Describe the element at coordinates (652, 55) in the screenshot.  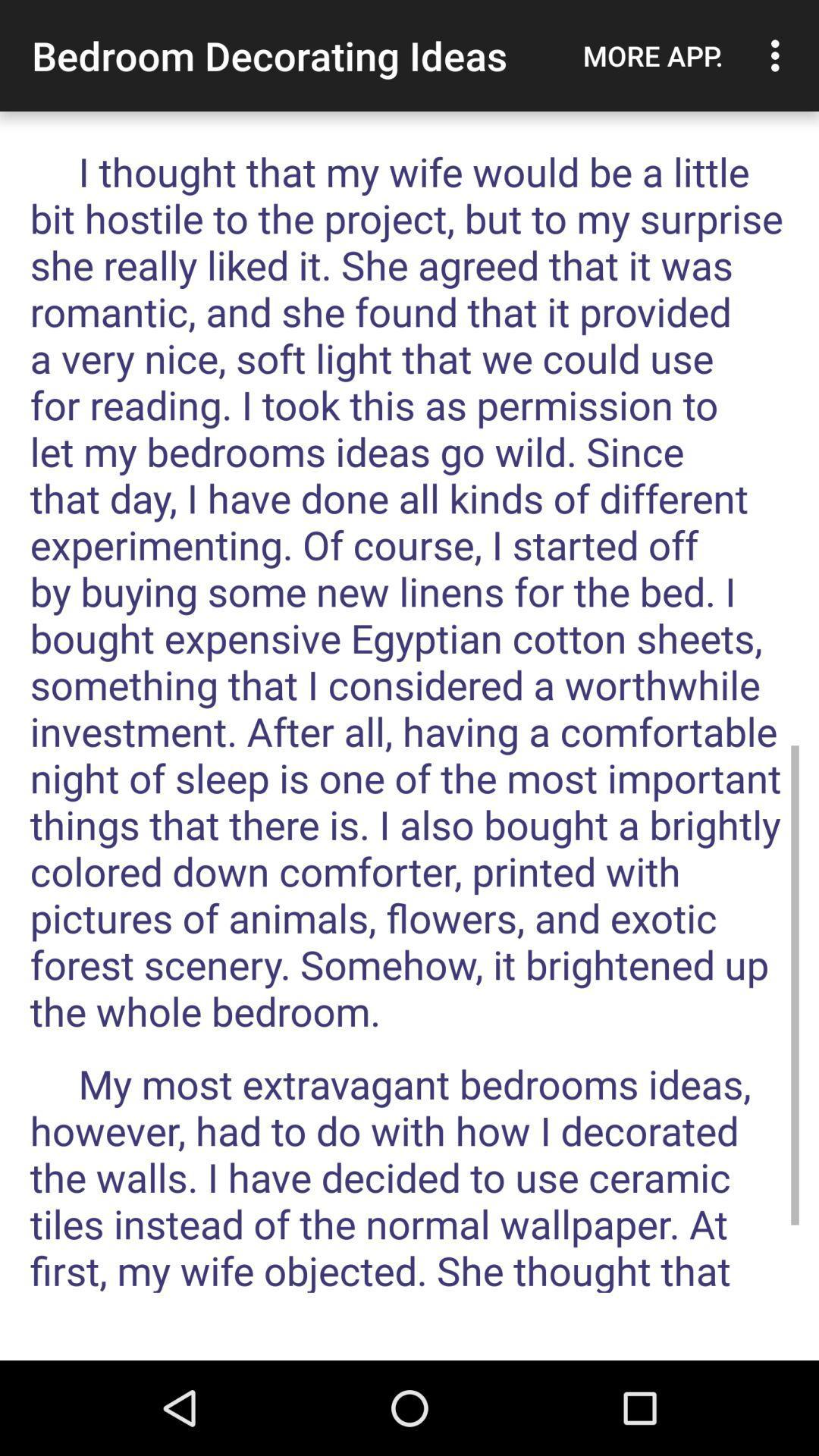
I see `icon next to bedroom decorating ideas` at that location.